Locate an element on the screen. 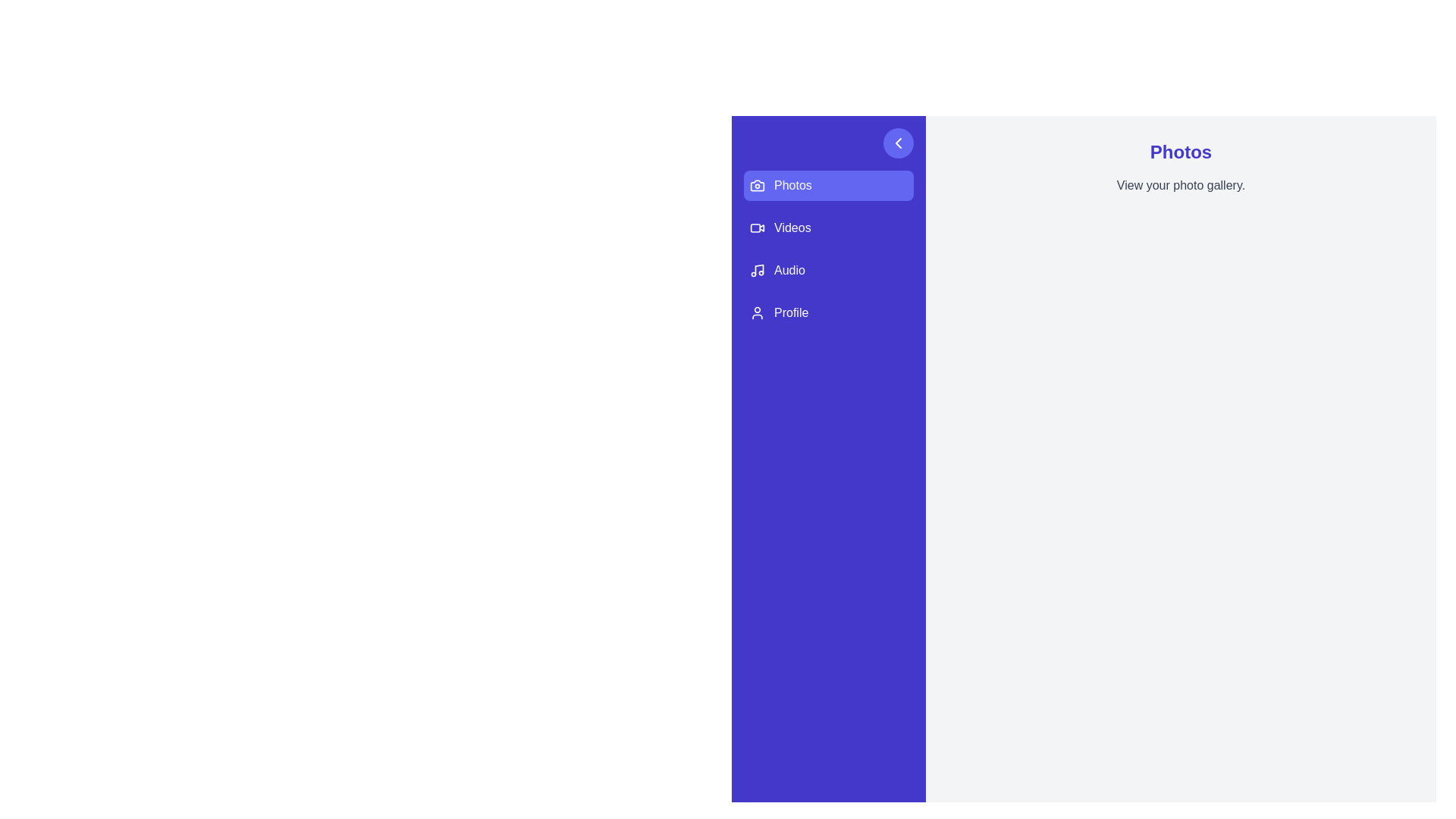  the 'Audio' icon located in the navigation menu, which serves as a graphical indicator for the audio section is located at coordinates (757, 270).